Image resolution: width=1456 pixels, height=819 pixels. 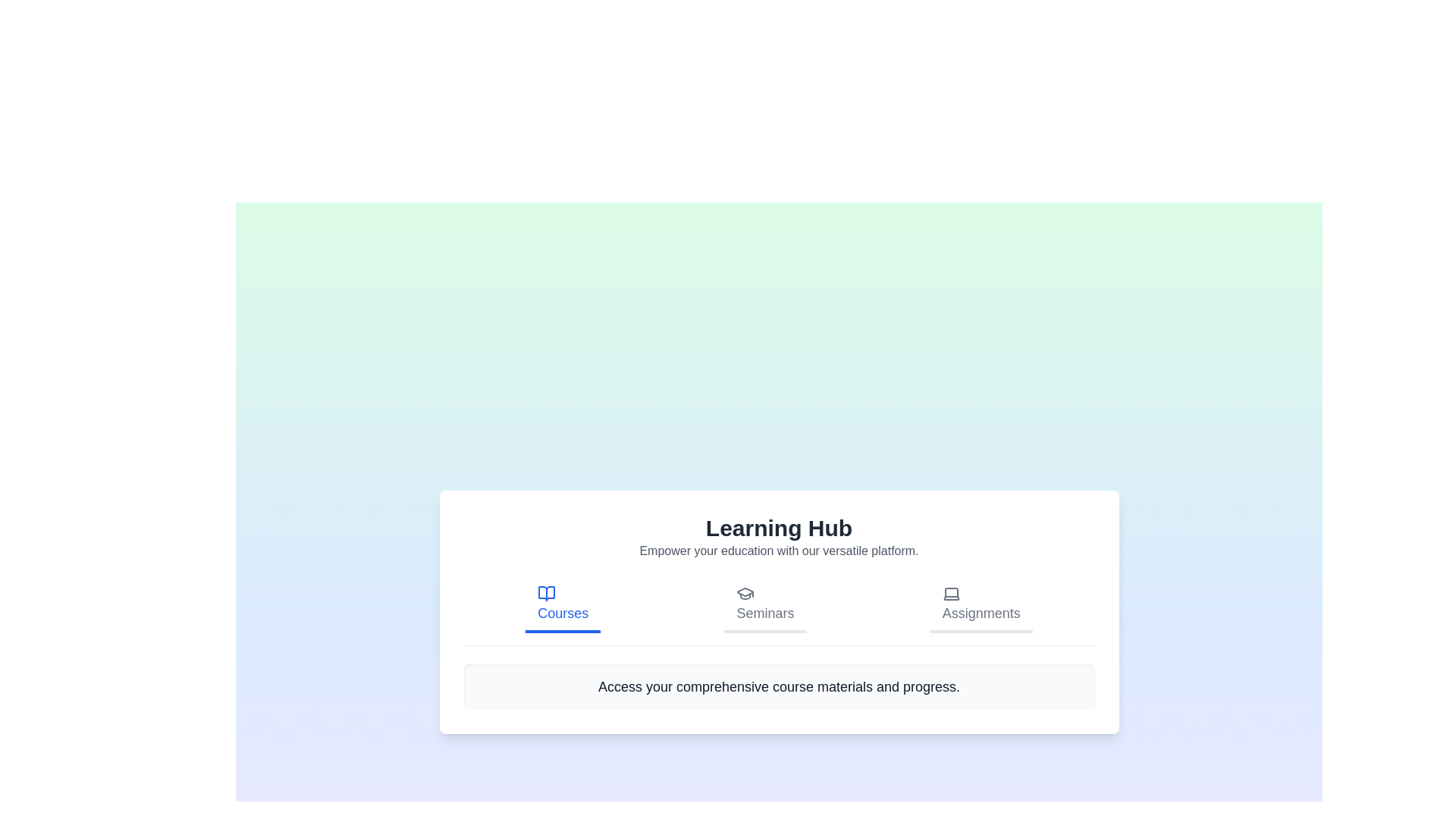 What do you see at coordinates (562, 612) in the screenshot?
I see `the 'Courses' text label in the upper left portion of the menu, which signifies the navigational section and may indicate its active state` at bounding box center [562, 612].